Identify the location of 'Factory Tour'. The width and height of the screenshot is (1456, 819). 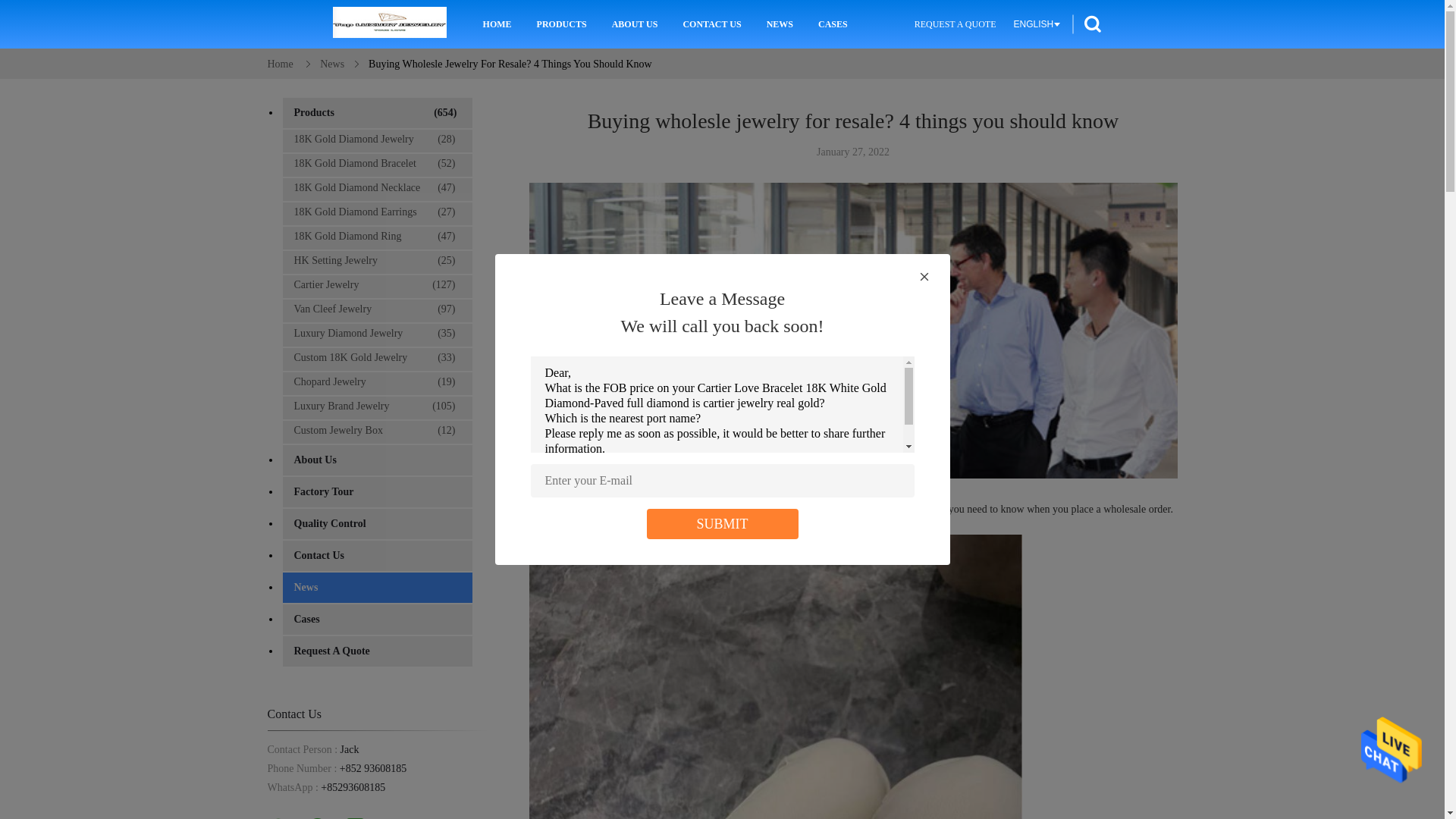
(282, 491).